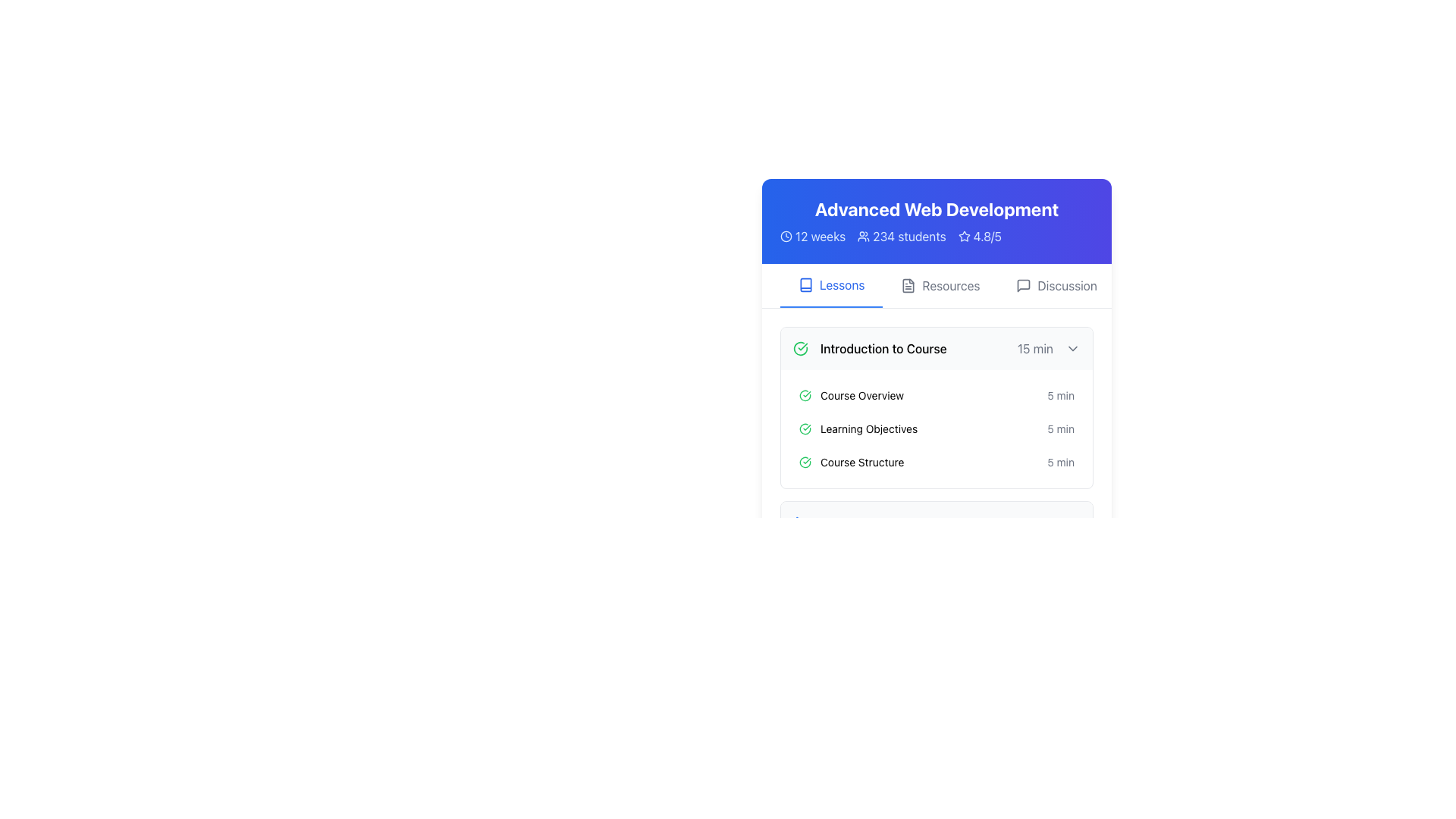  What do you see at coordinates (804, 429) in the screenshot?
I see `the green check mark SVG icon, which is styled as a circular icon with a thin border and signifies a positive status, located to the left of the text 'Learning Objectives'` at bounding box center [804, 429].